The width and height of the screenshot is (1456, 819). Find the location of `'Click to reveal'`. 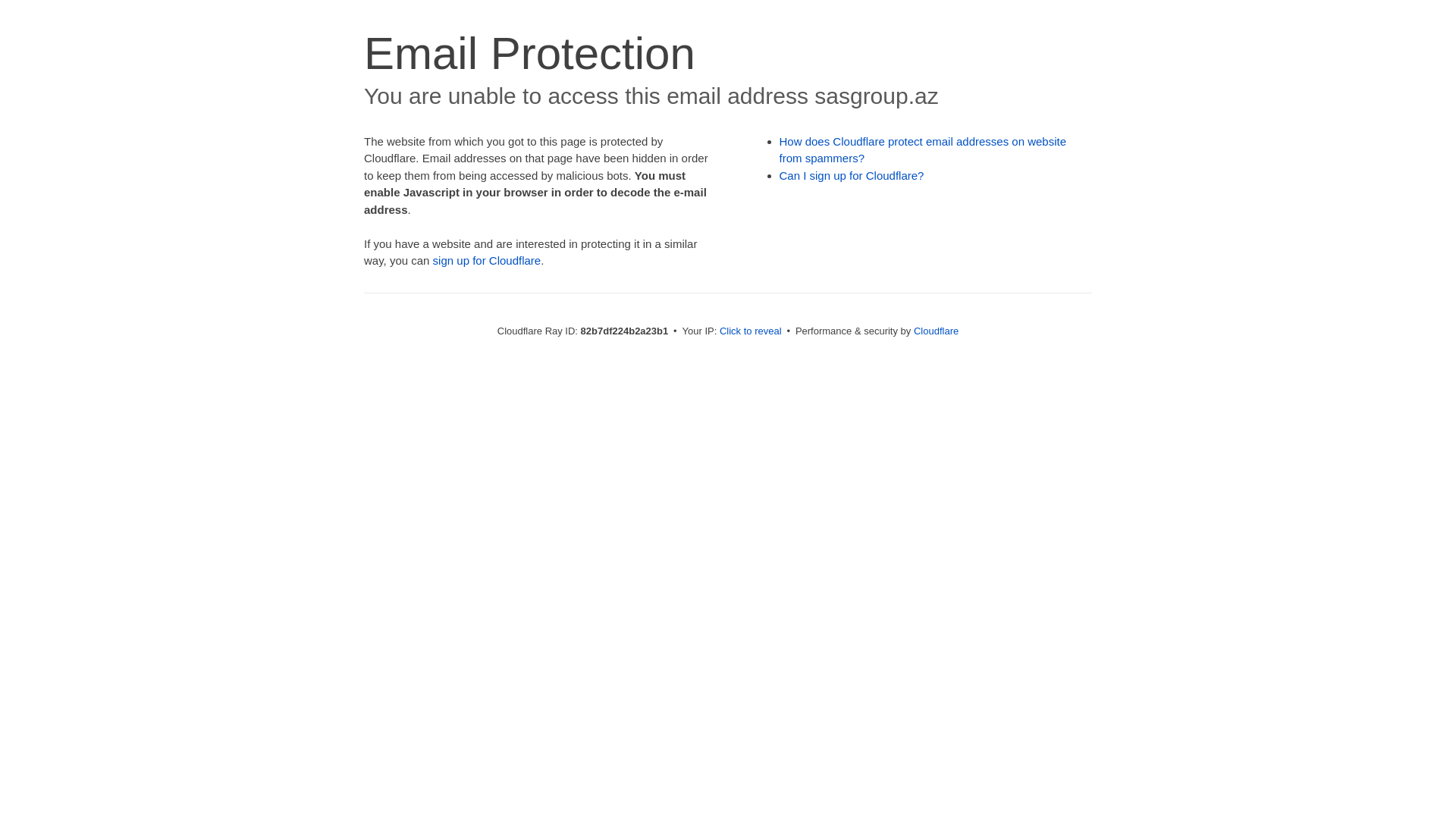

'Click to reveal' is located at coordinates (719, 330).